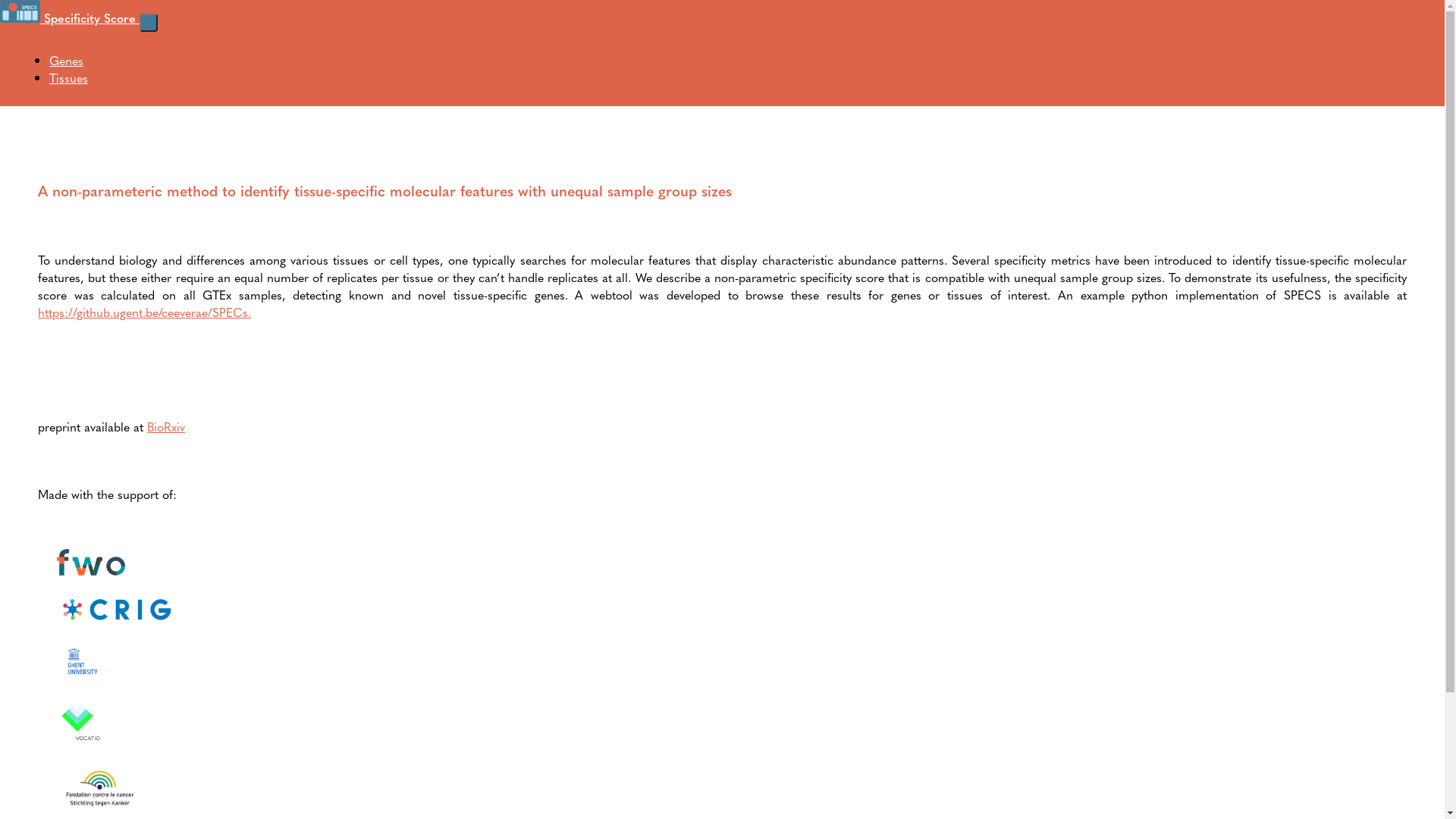 Image resolution: width=1456 pixels, height=819 pixels. Describe the element at coordinates (65, 59) in the screenshot. I see `'Genes'` at that location.